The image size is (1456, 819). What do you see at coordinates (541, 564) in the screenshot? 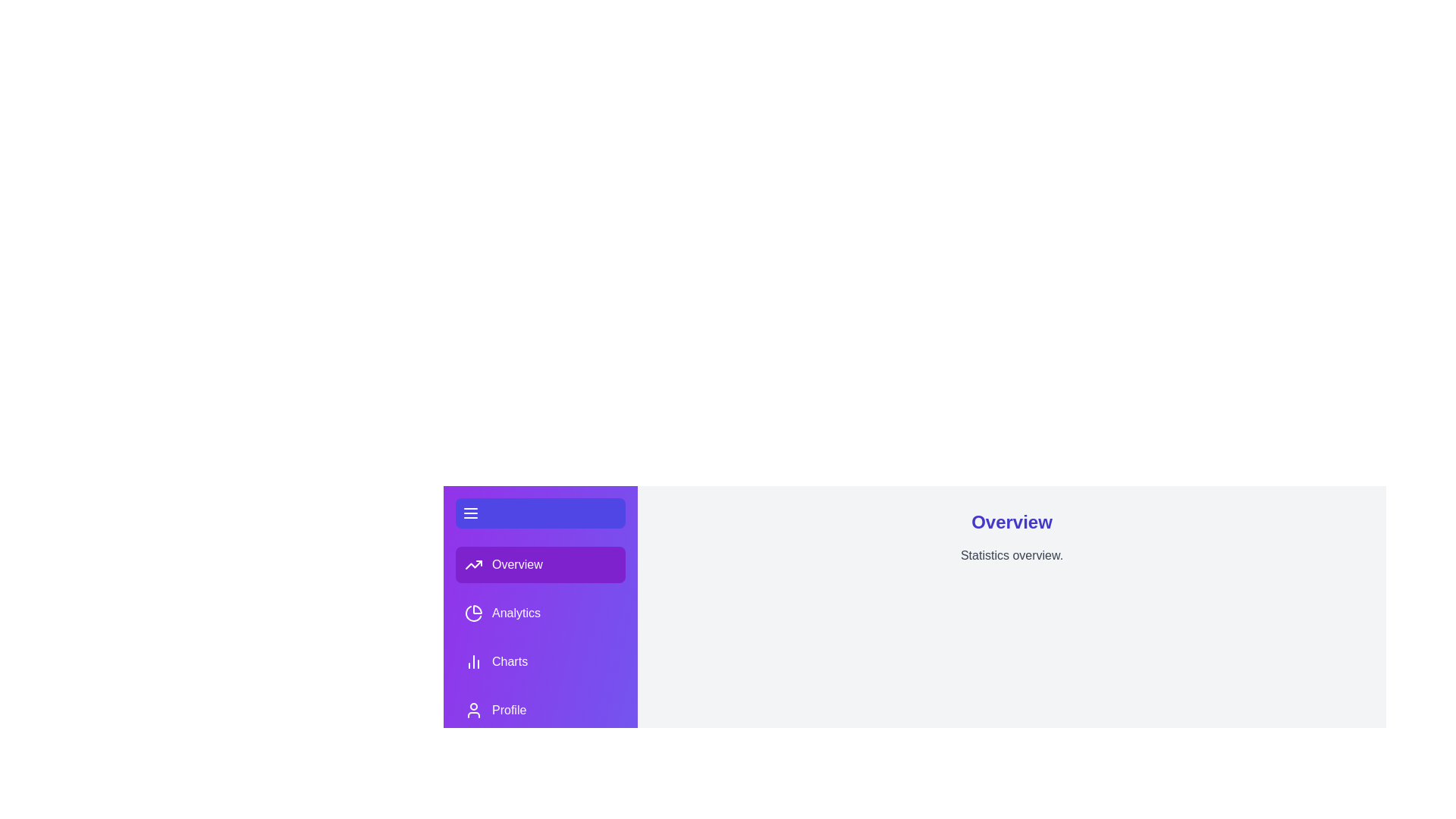
I see `the Overview section from the navigation menu` at bounding box center [541, 564].